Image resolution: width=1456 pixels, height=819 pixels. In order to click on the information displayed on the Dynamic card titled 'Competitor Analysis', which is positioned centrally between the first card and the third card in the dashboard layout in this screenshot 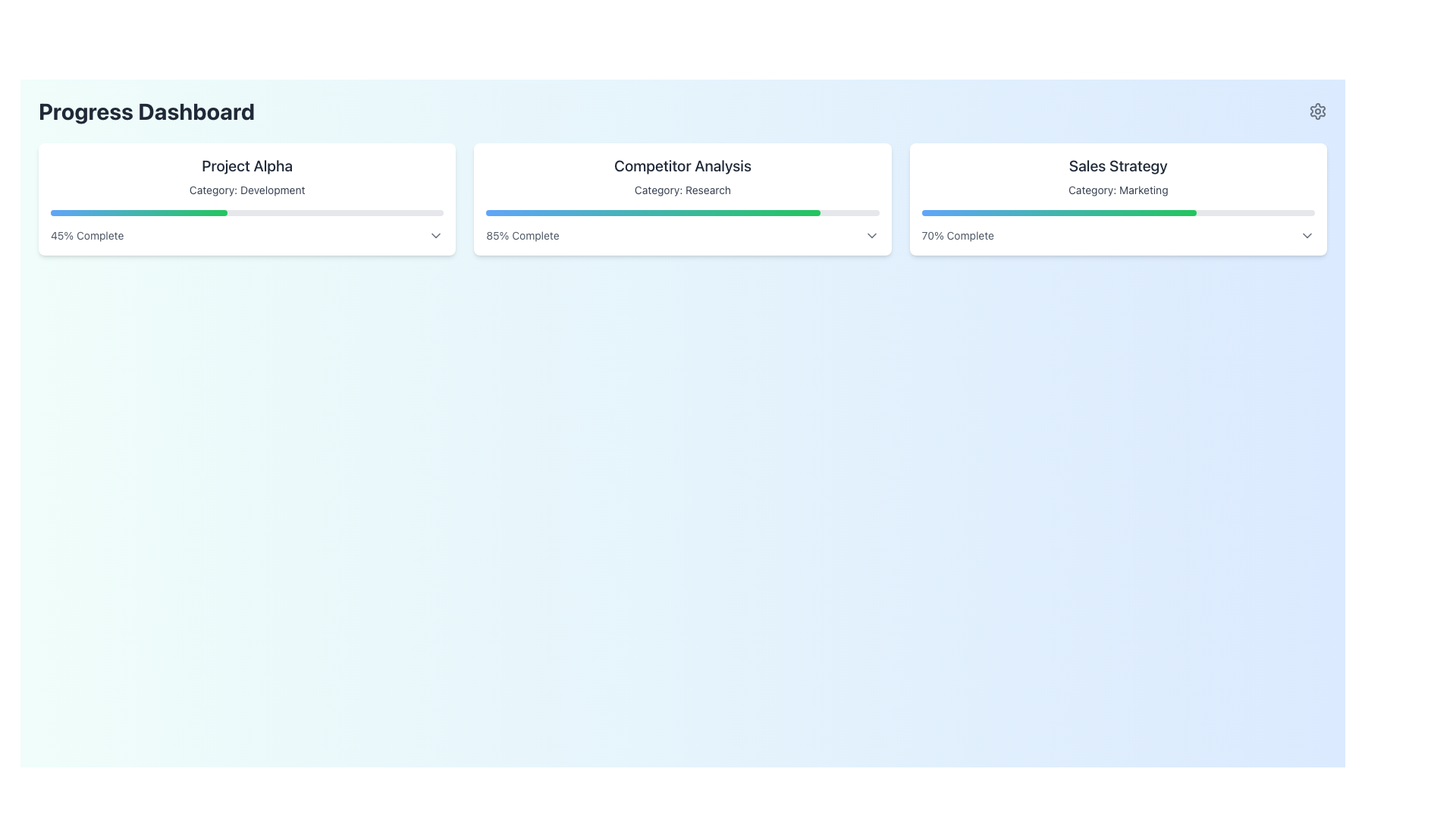, I will do `click(682, 198)`.